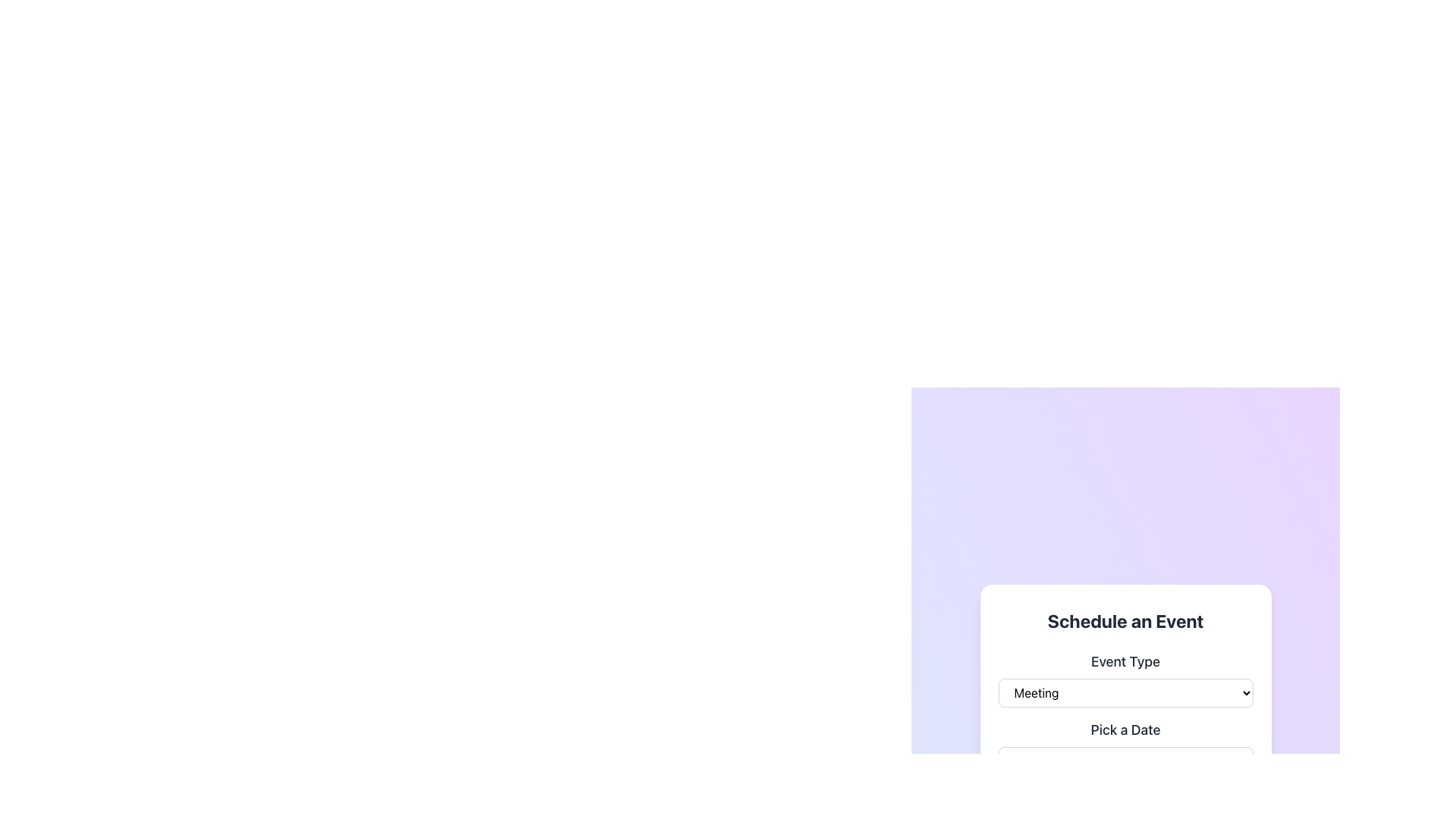  What do you see at coordinates (1125, 763) in the screenshot?
I see `the Date selection box located below the title 'Pick a Date'` at bounding box center [1125, 763].